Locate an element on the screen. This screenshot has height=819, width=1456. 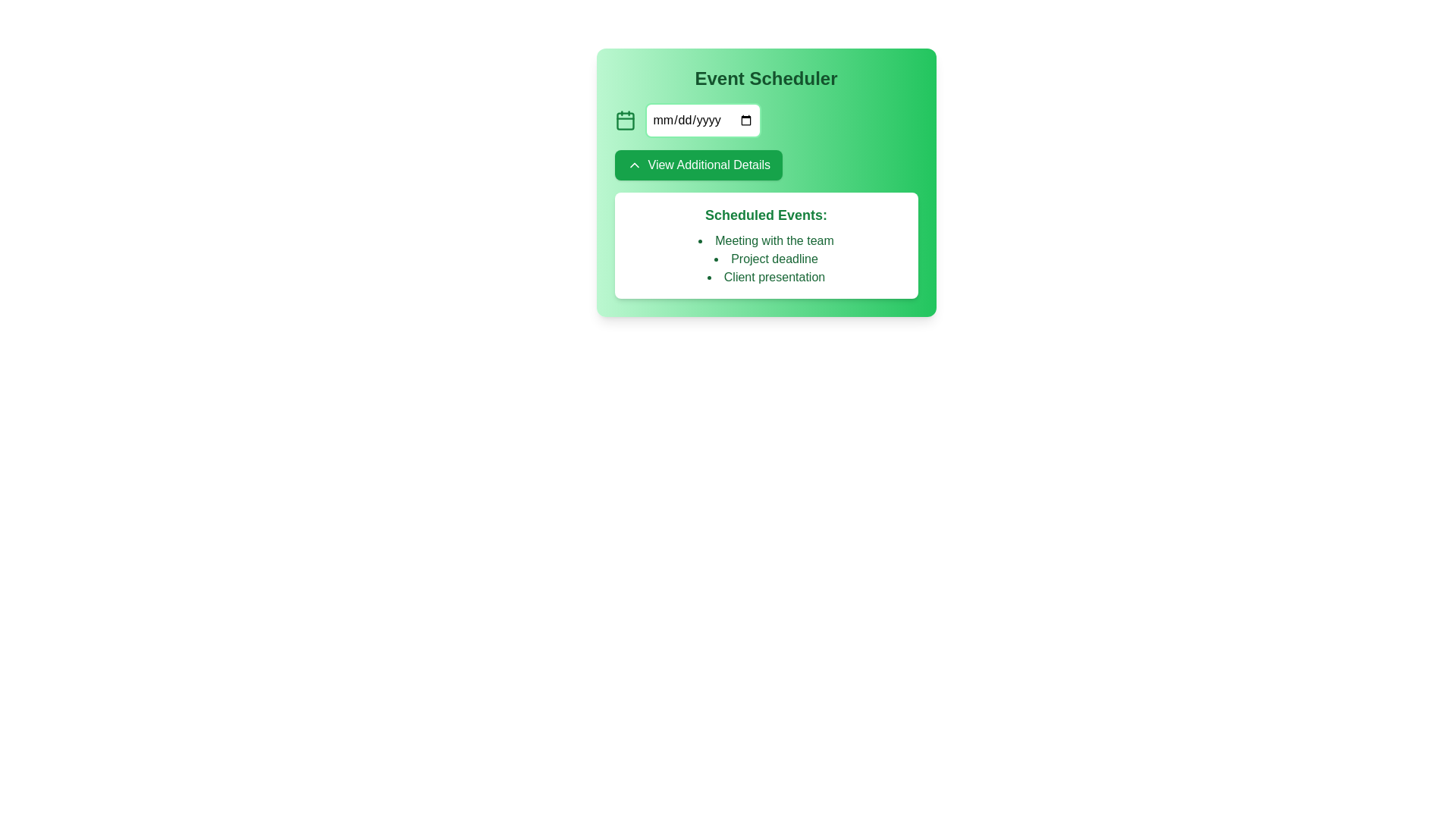
the third item in the bulleted list, which contains the text 'Client presentation' styled in green is located at coordinates (766, 278).